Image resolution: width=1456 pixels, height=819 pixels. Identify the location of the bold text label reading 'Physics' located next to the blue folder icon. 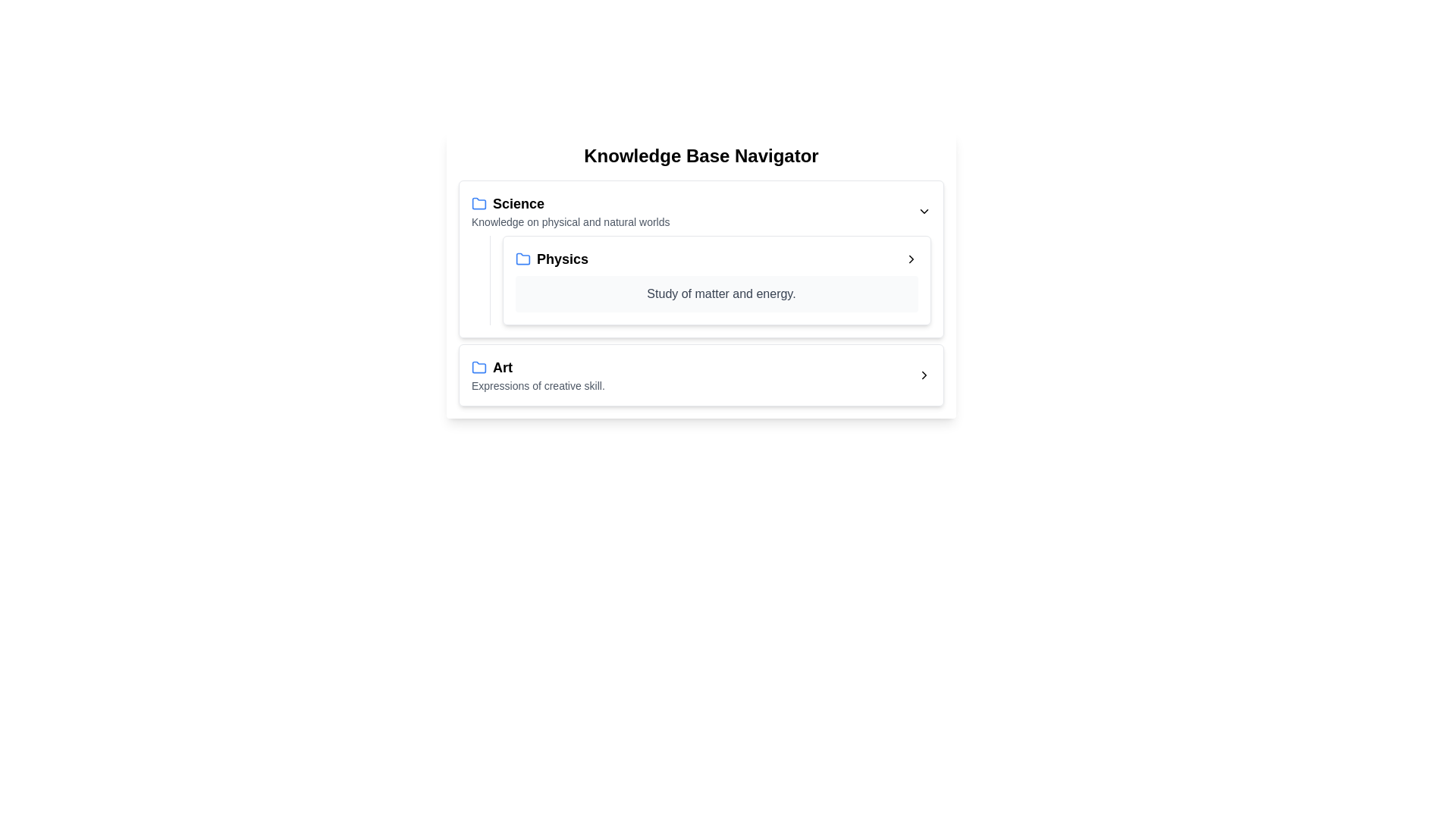
(551, 259).